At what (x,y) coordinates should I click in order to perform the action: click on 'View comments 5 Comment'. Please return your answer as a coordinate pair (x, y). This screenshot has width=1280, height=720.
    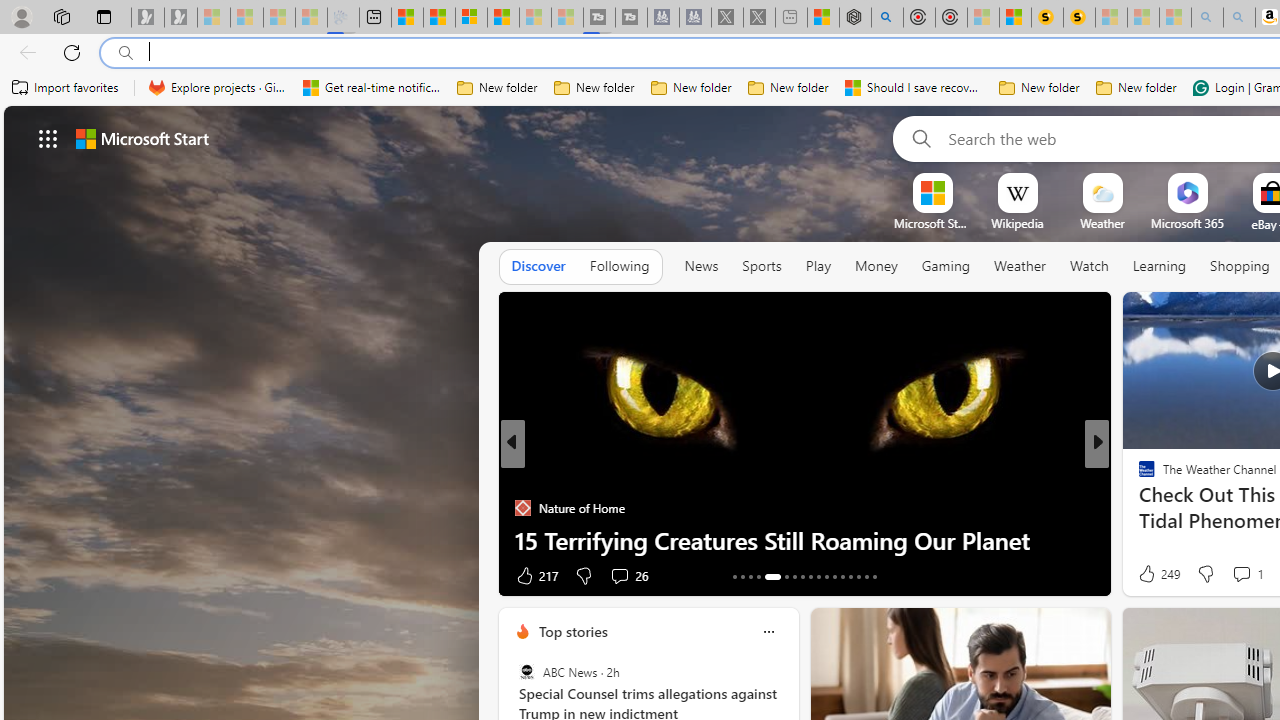
    Looking at the image, I should click on (1234, 575).